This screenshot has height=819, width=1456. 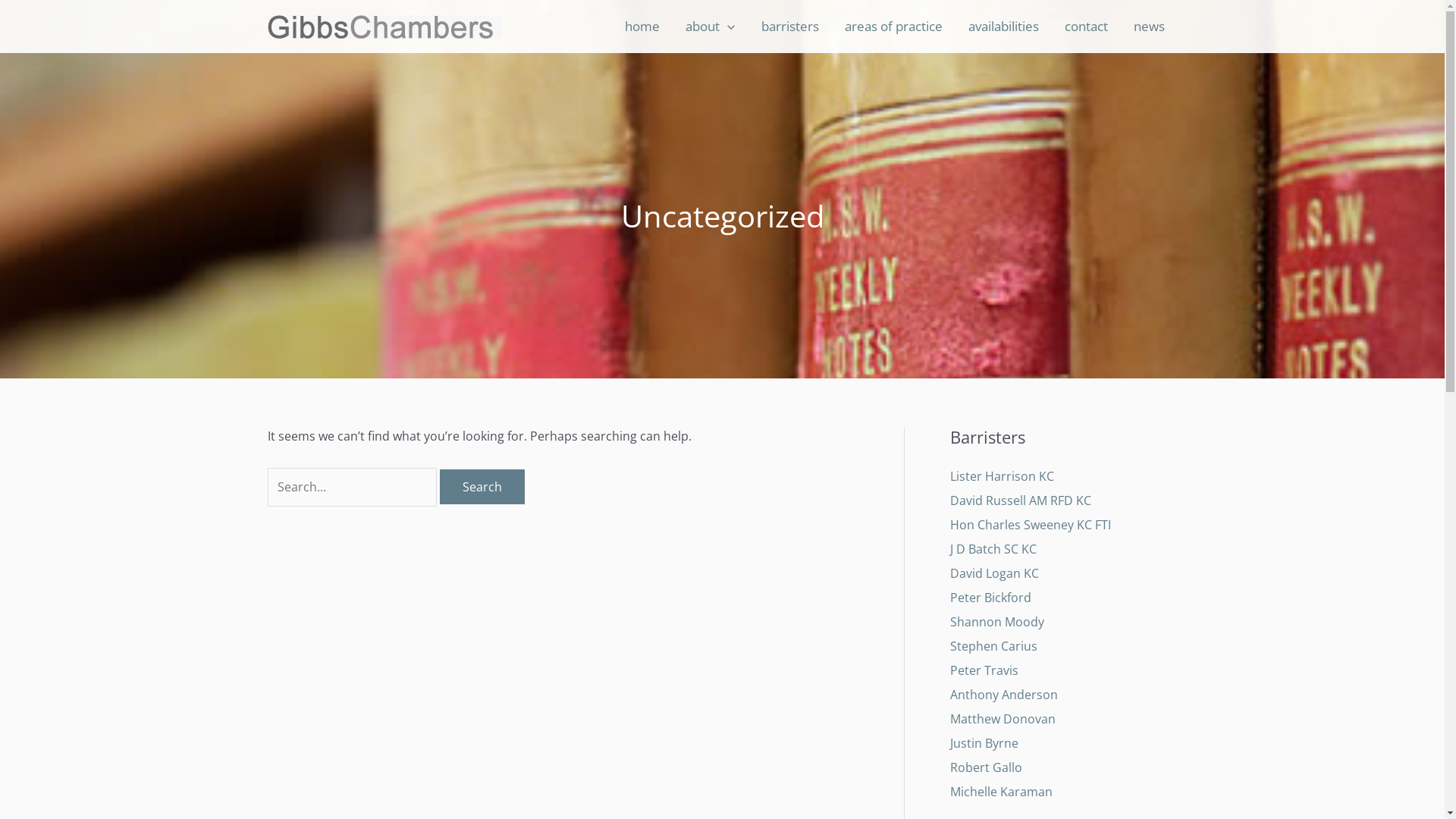 What do you see at coordinates (993, 549) in the screenshot?
I see `'J D Batch SC KC'` at bounding box center [993, 549].